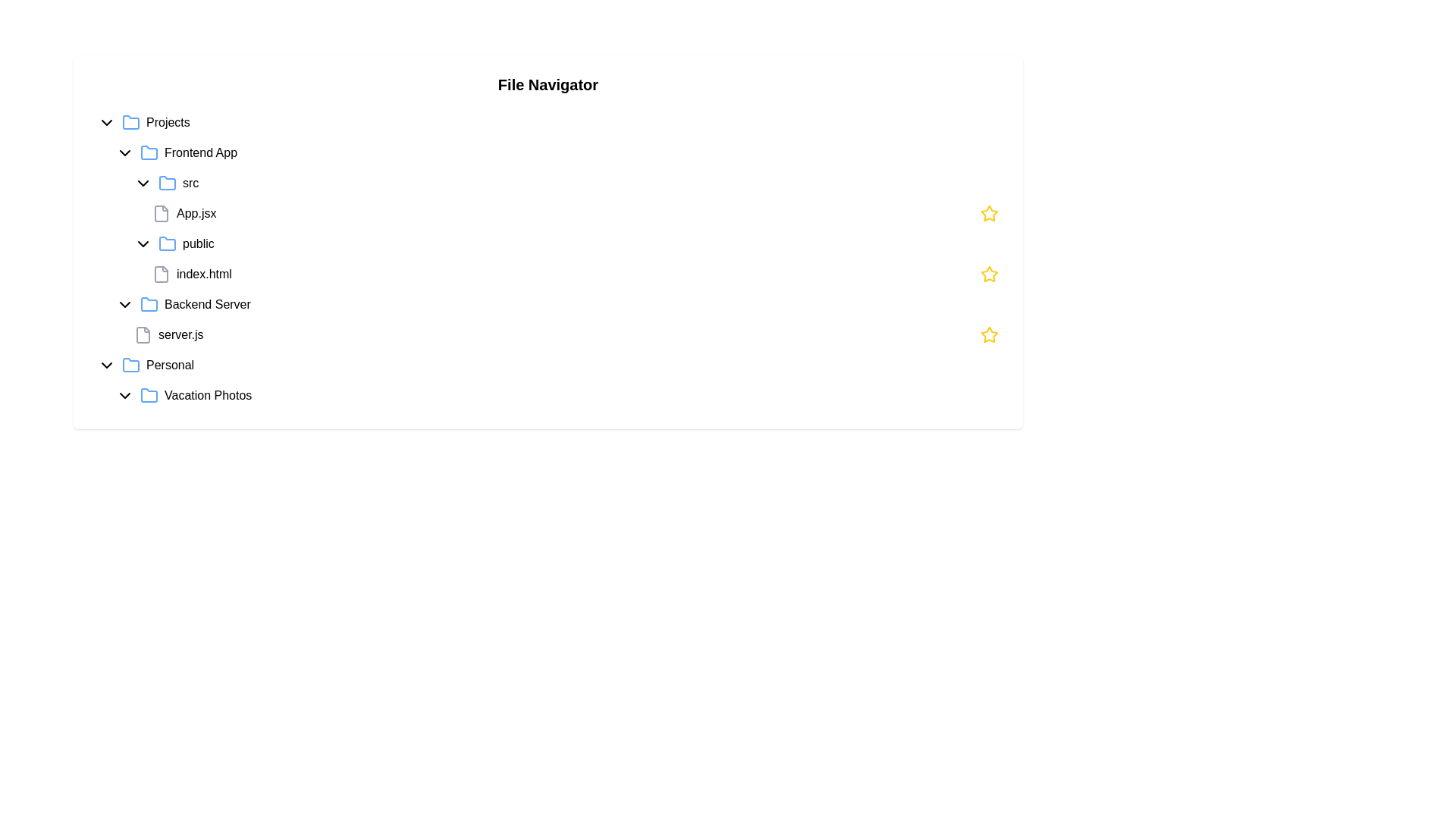  What do you see at coordinates (124, 394) in the screenshot?
I see `the Expand/Collapse Chevron Icon located to the left of the 'Vacation Photos' text` at bounding box center [124, 394].